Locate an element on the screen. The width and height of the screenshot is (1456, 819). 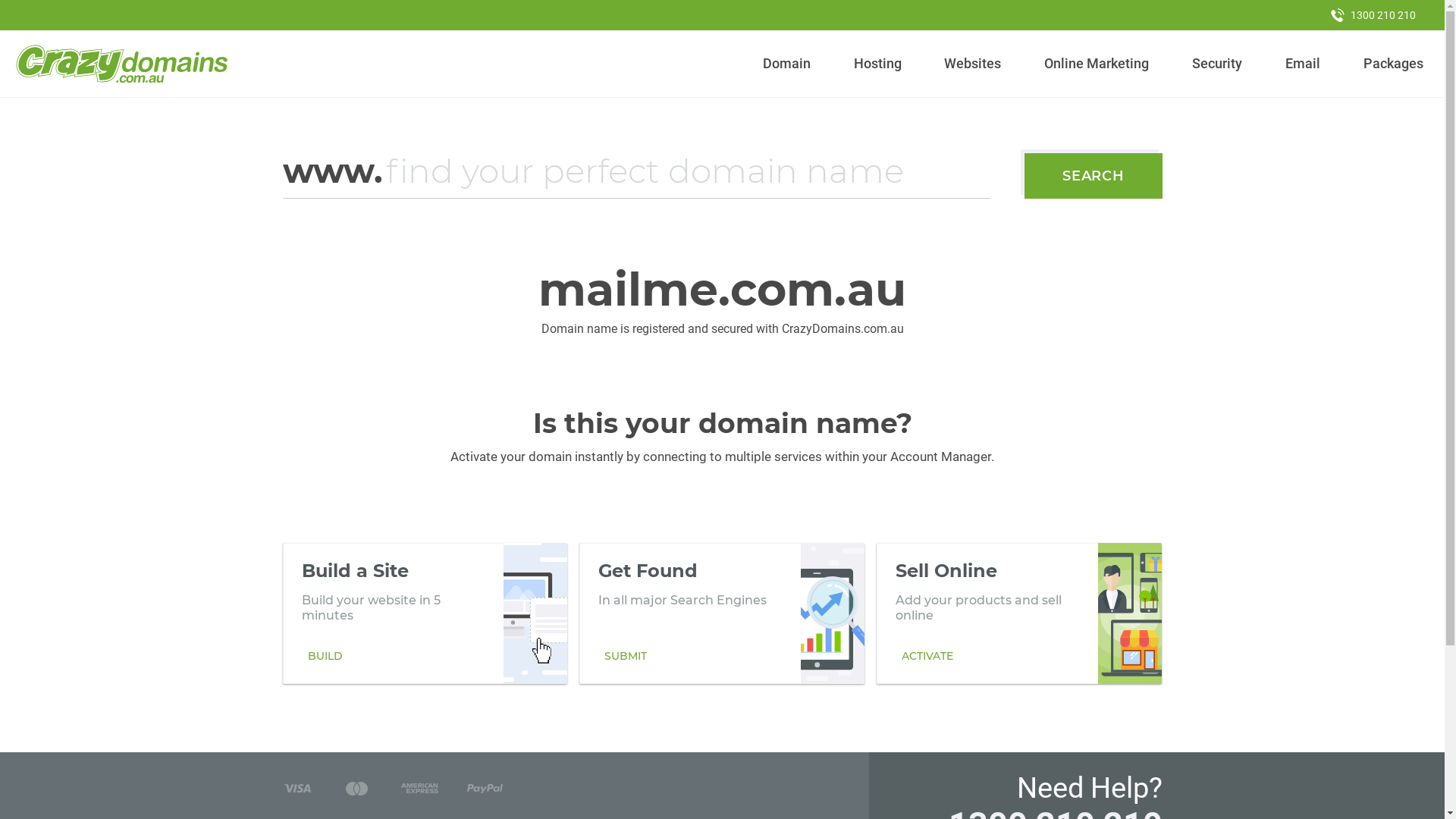
'Online Marketing' is located at coordinates (1097, 63).